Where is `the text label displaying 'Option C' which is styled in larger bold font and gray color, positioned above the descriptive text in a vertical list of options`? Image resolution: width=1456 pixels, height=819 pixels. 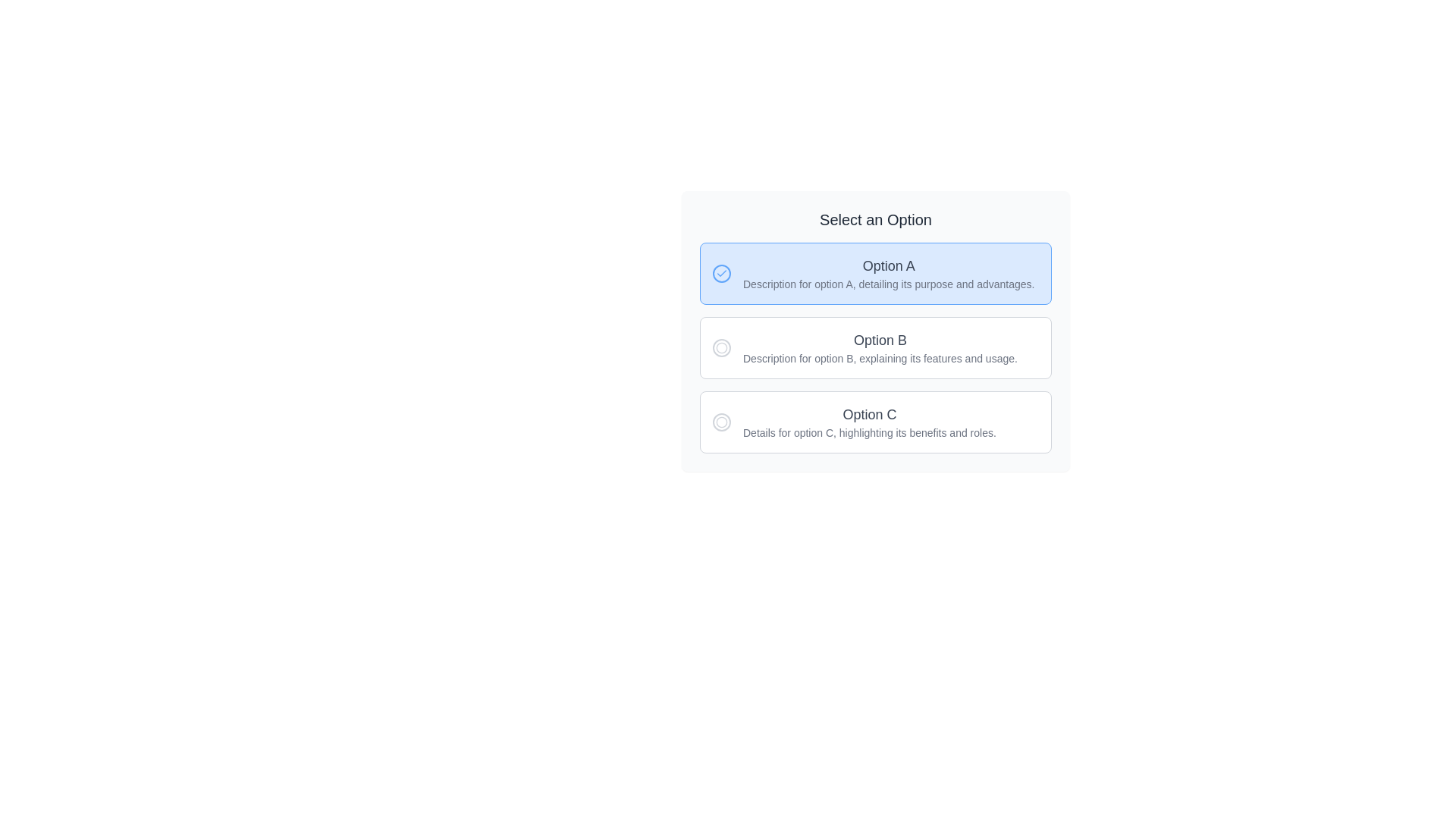 the text label displaying 'Option C' which is styled in larger bold font and gray color, positioned above the descriptive text in a vertical list of options is located at coordinates (870, 415).